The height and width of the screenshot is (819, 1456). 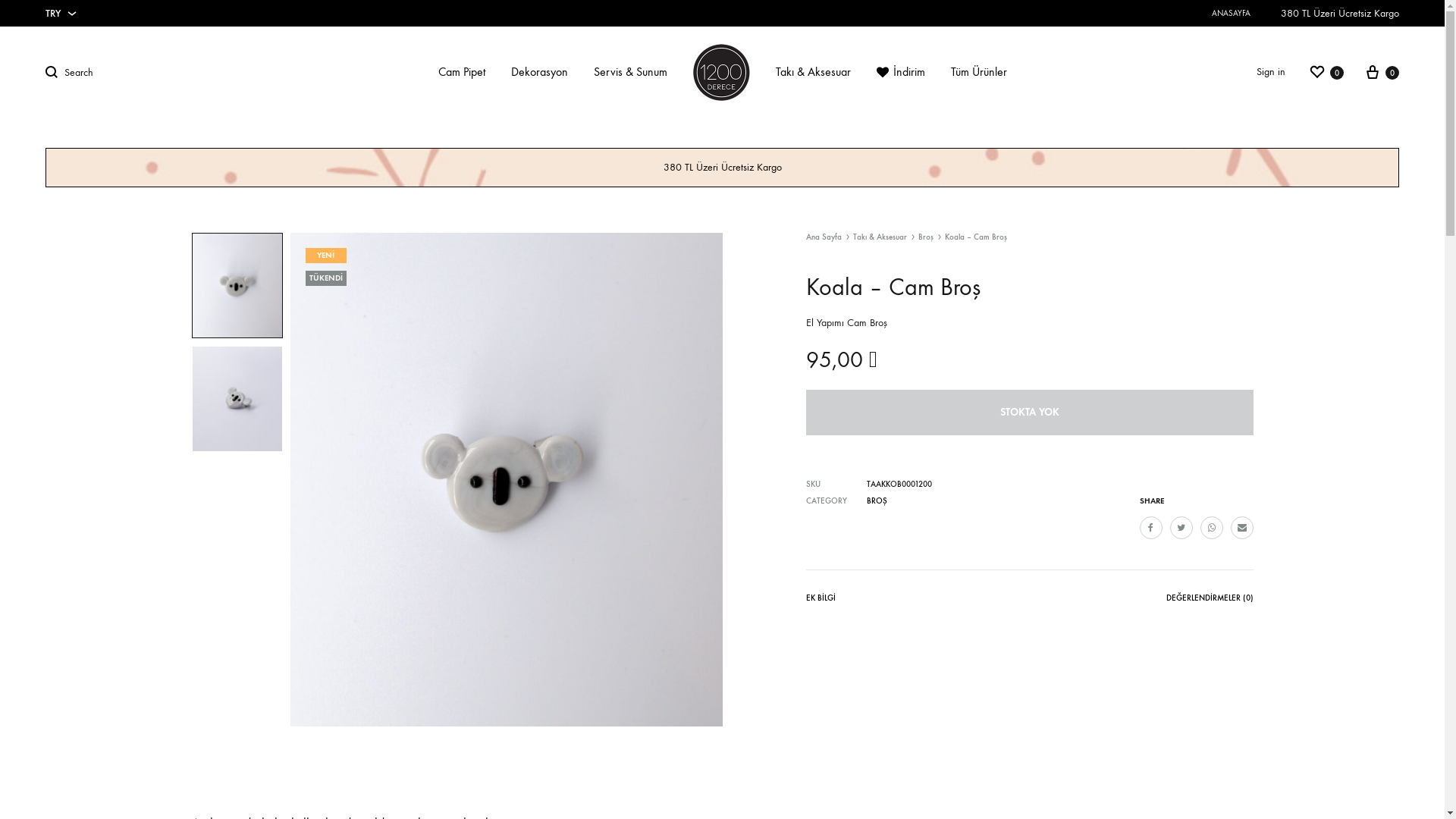 What do you see at coordinates (1231, 13) in the screenshot?
I see `'ANASAYFA'` at bounding box center [1231, 13].